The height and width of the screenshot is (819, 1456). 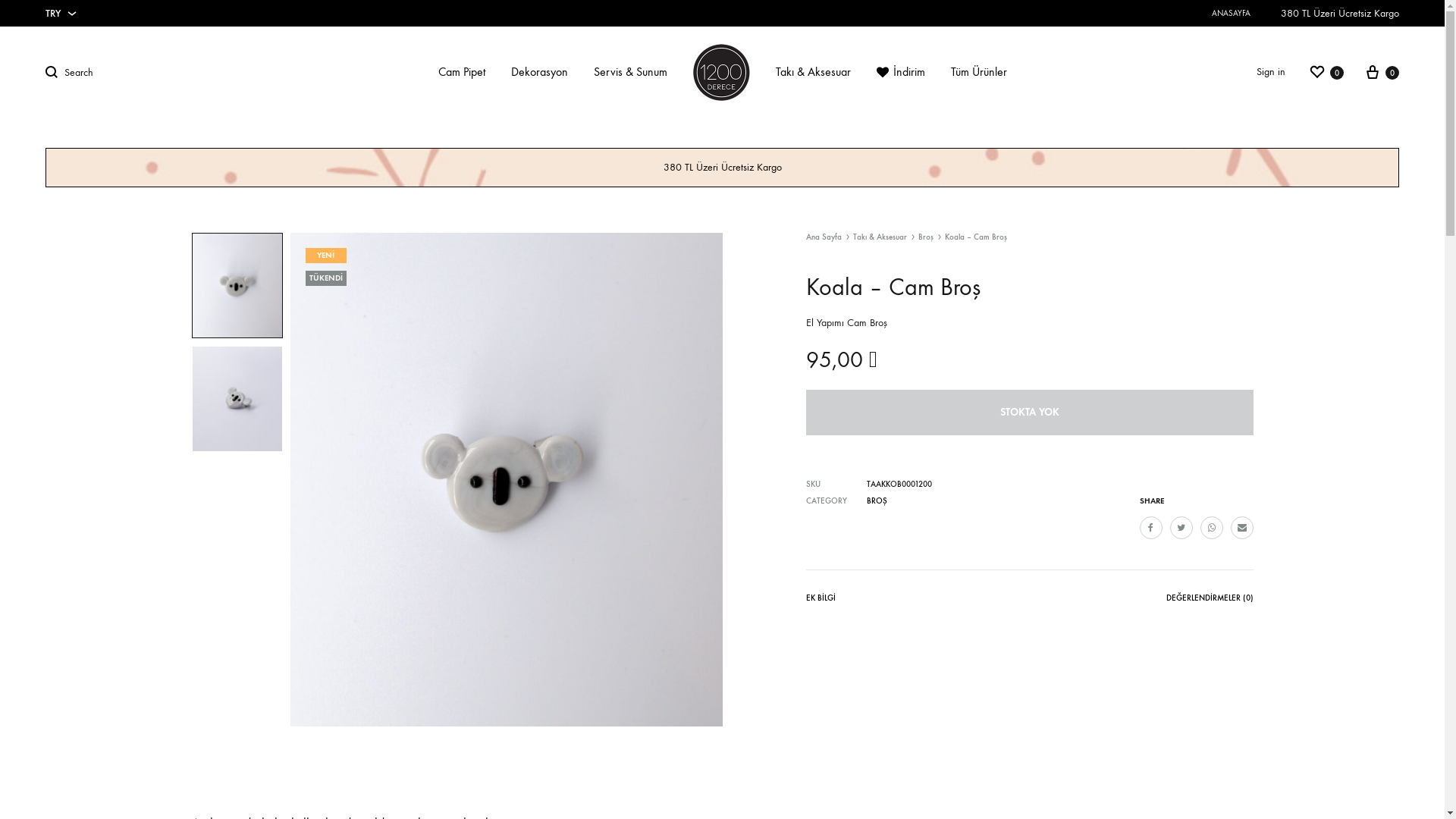 What do you see at coordinates (1231, 13) in the screenshot?
I see `'ANASAYFA'` at bounding box center [1231, 13].